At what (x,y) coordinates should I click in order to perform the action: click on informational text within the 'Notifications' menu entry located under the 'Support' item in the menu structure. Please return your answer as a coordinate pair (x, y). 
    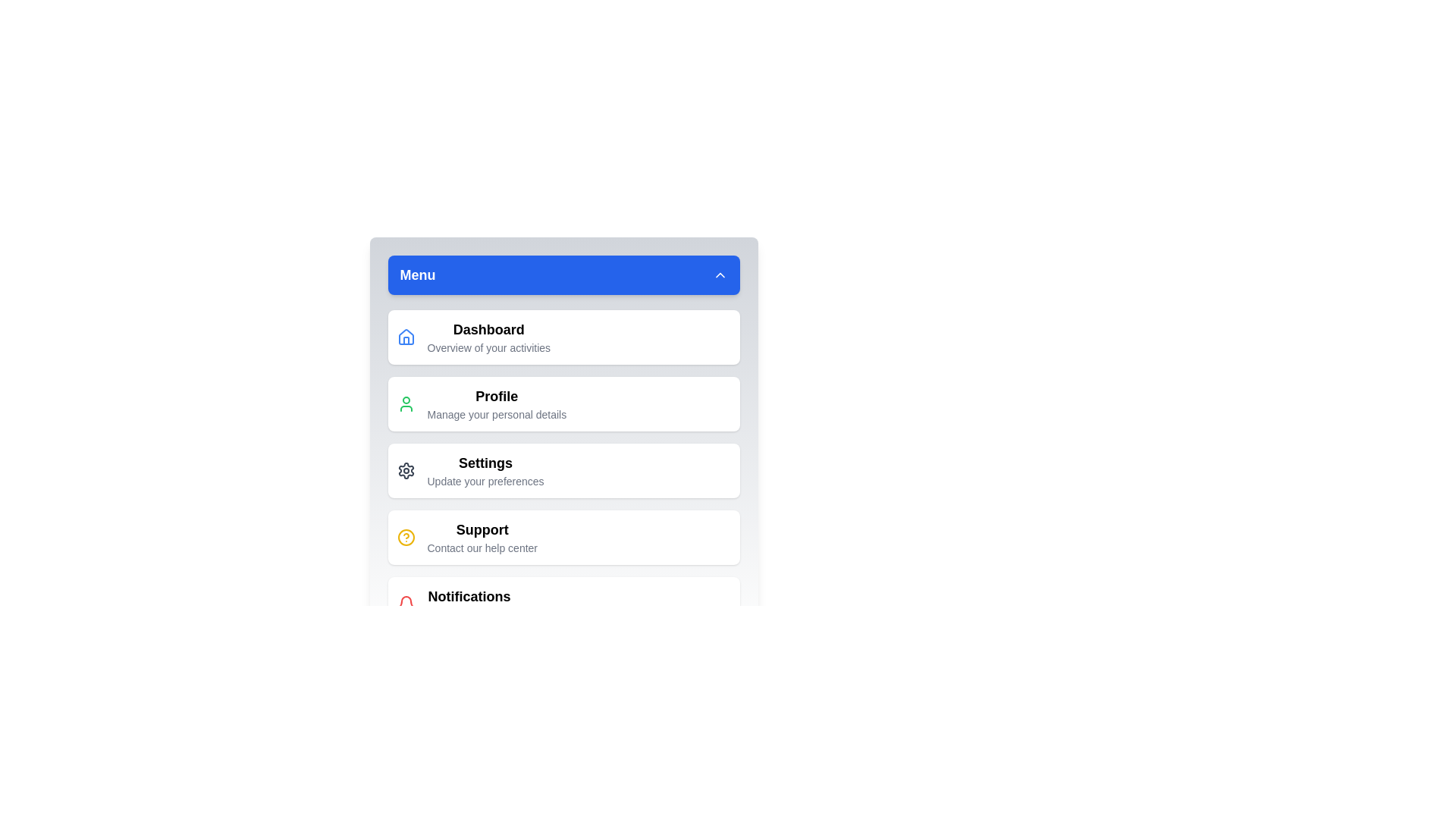
    Looking at the image, I should click on (469, 604).